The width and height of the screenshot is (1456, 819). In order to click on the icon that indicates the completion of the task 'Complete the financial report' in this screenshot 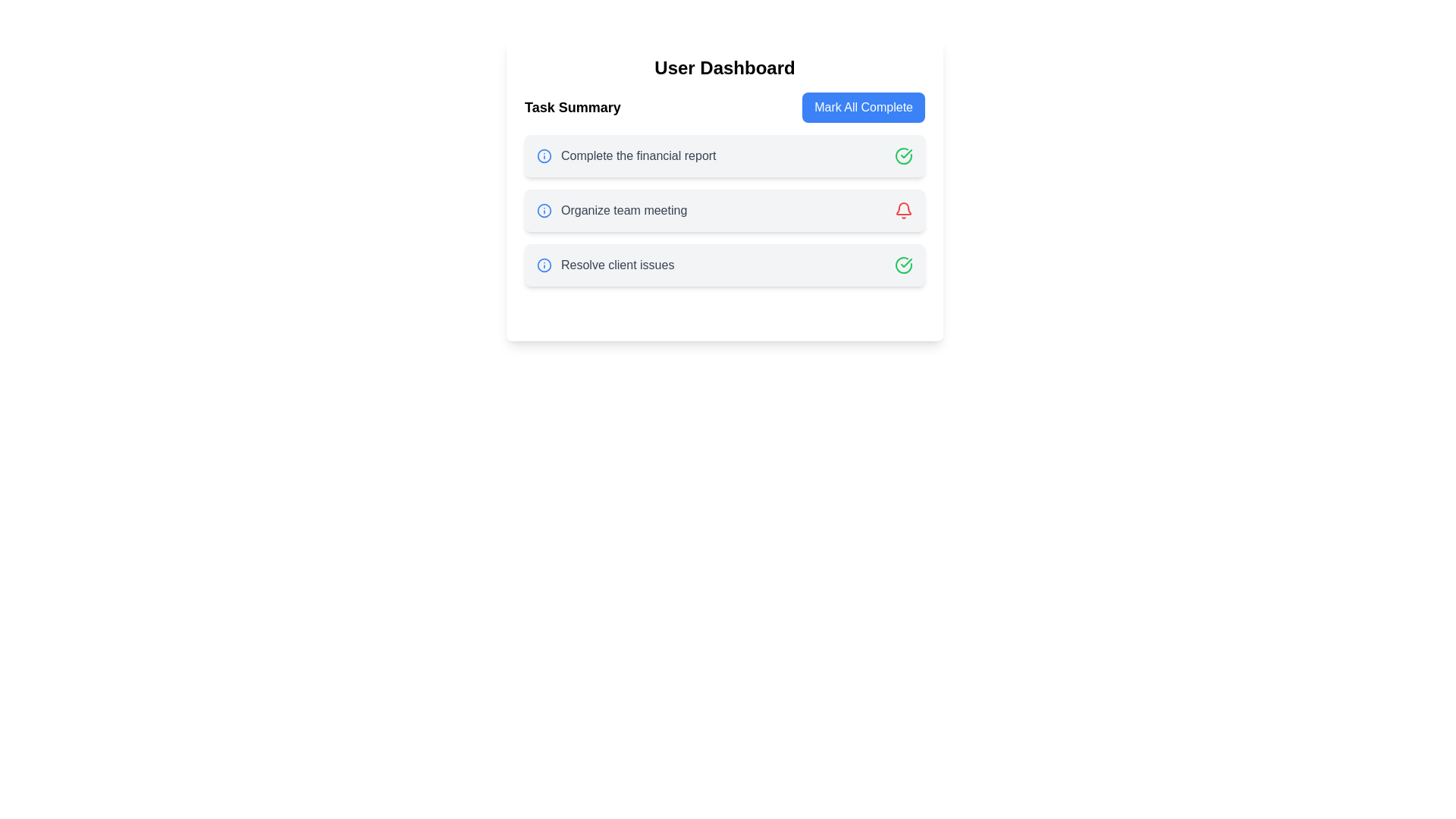, I will do `click(903, 155)`.